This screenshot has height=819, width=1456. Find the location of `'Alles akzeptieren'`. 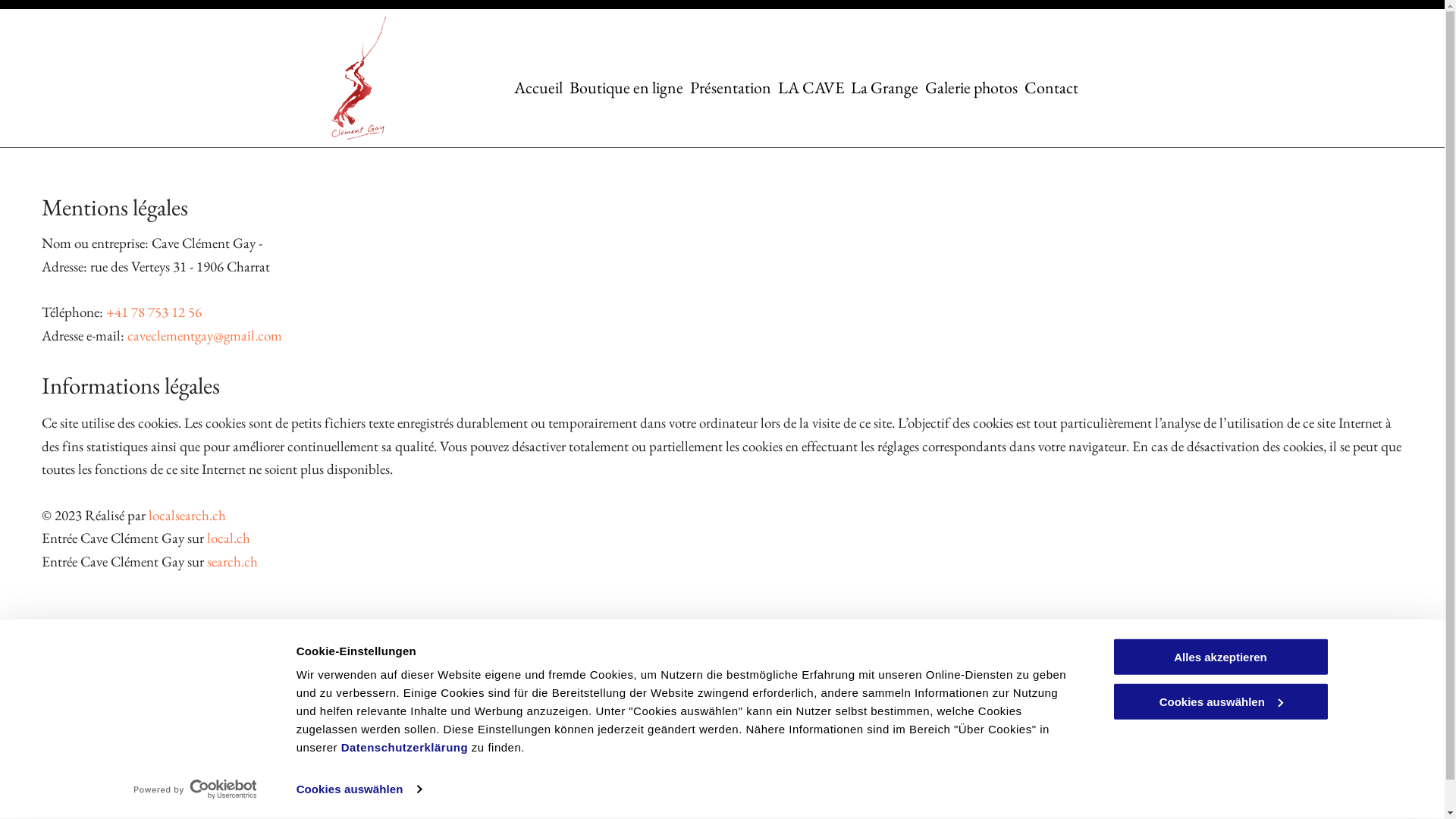

'Alles akzeptieren' is located at coordinates (1219, 656).